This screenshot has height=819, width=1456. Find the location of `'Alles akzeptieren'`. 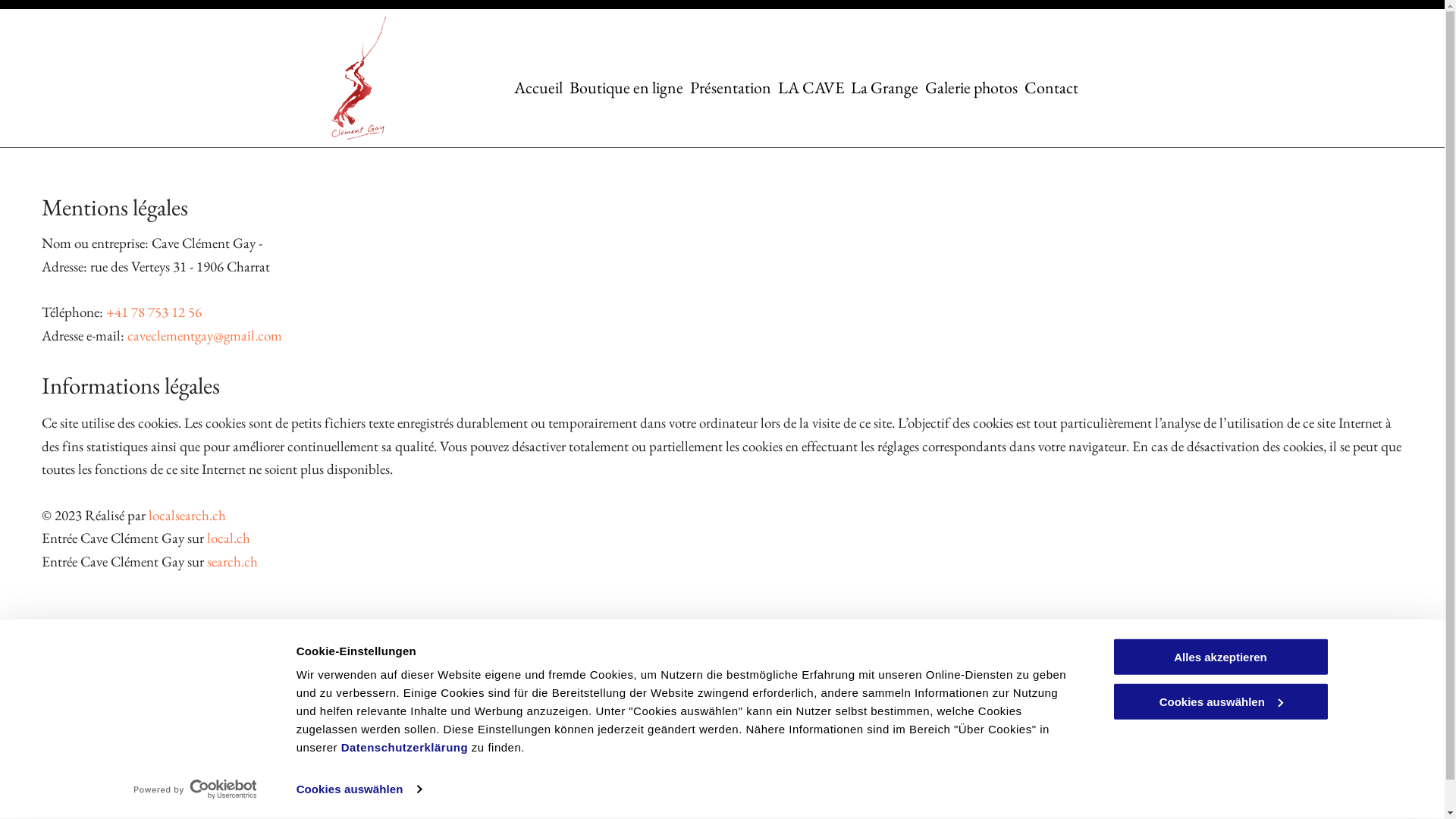

'Alles akzeptieren' is located at coordinates (1219, 656).